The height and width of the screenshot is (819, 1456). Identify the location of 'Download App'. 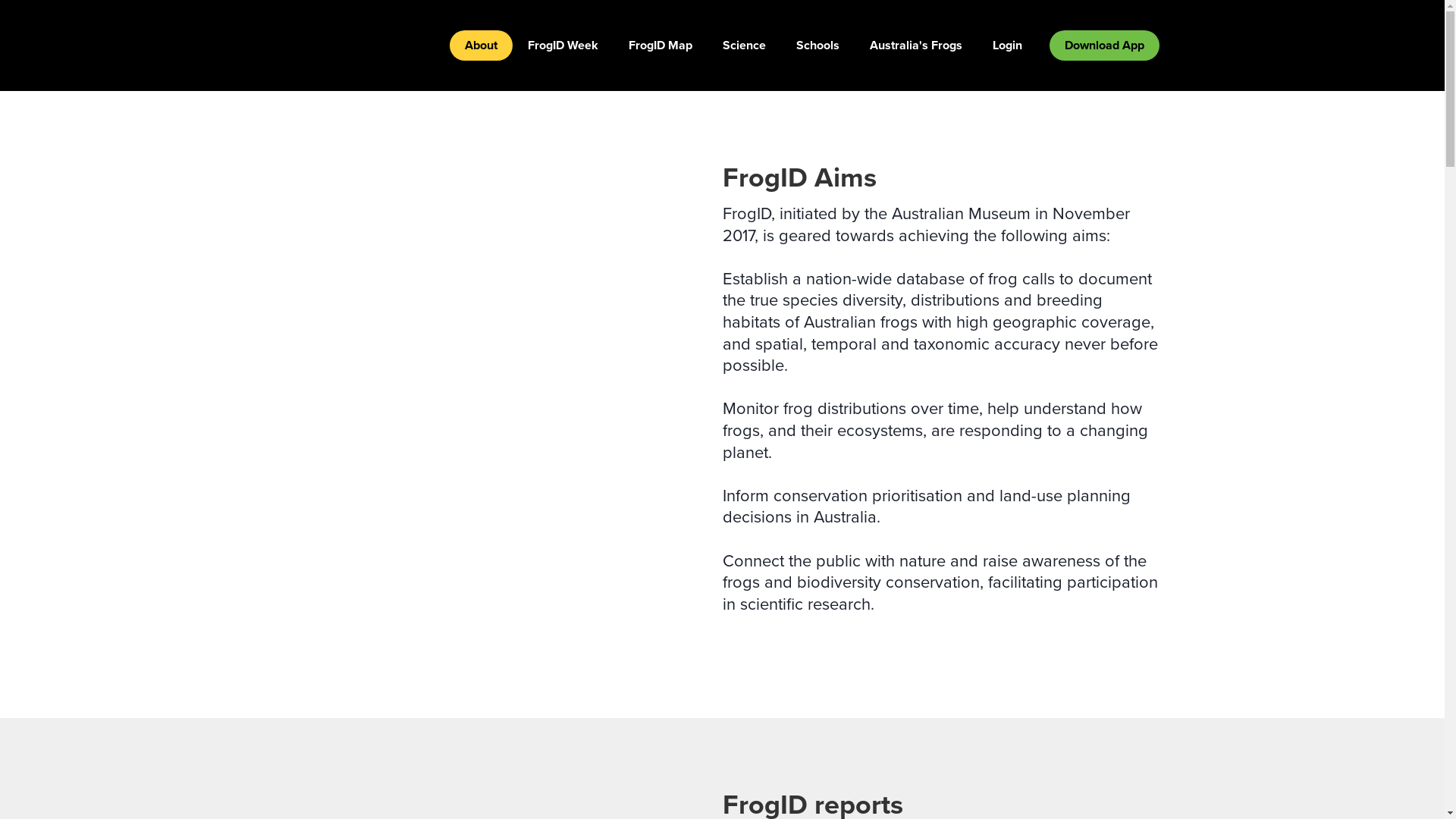
(1104, 45).